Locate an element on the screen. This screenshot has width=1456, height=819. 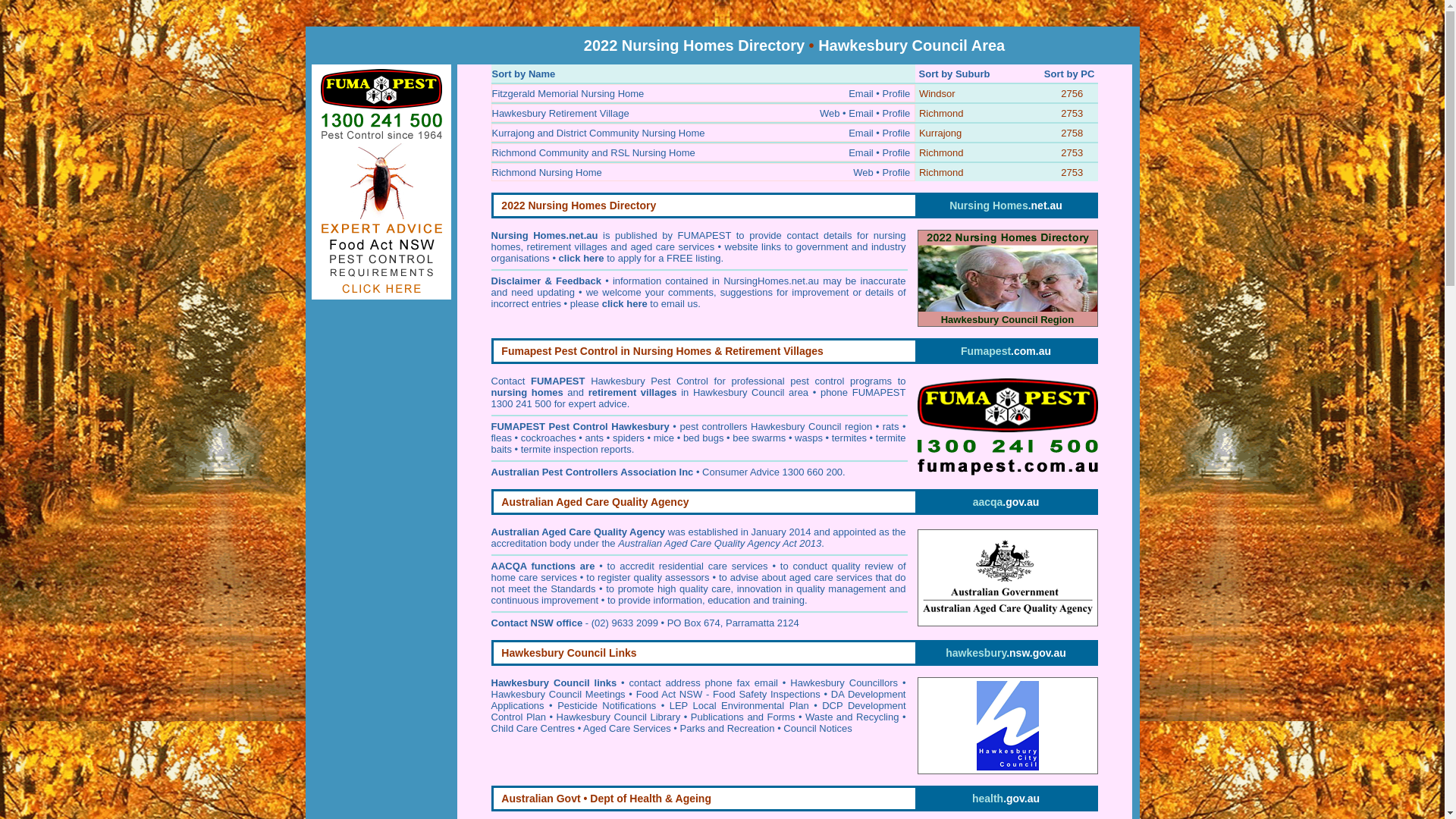
'bee swarms' is located at coordinates (759, 438).